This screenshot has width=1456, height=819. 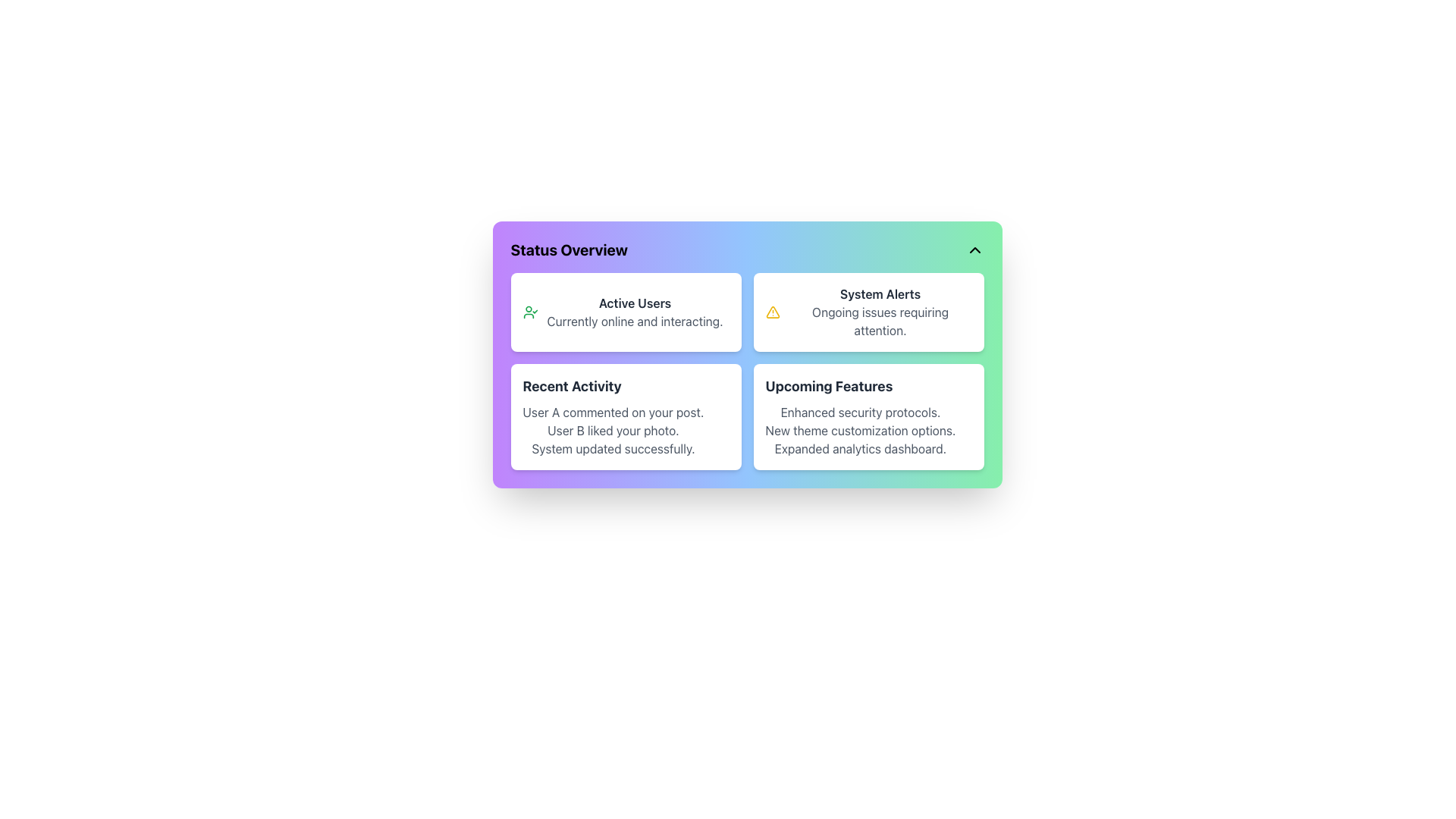 I want to click on the Text display within the second card of the top row in the status overview section, so click(x=880, y=312).